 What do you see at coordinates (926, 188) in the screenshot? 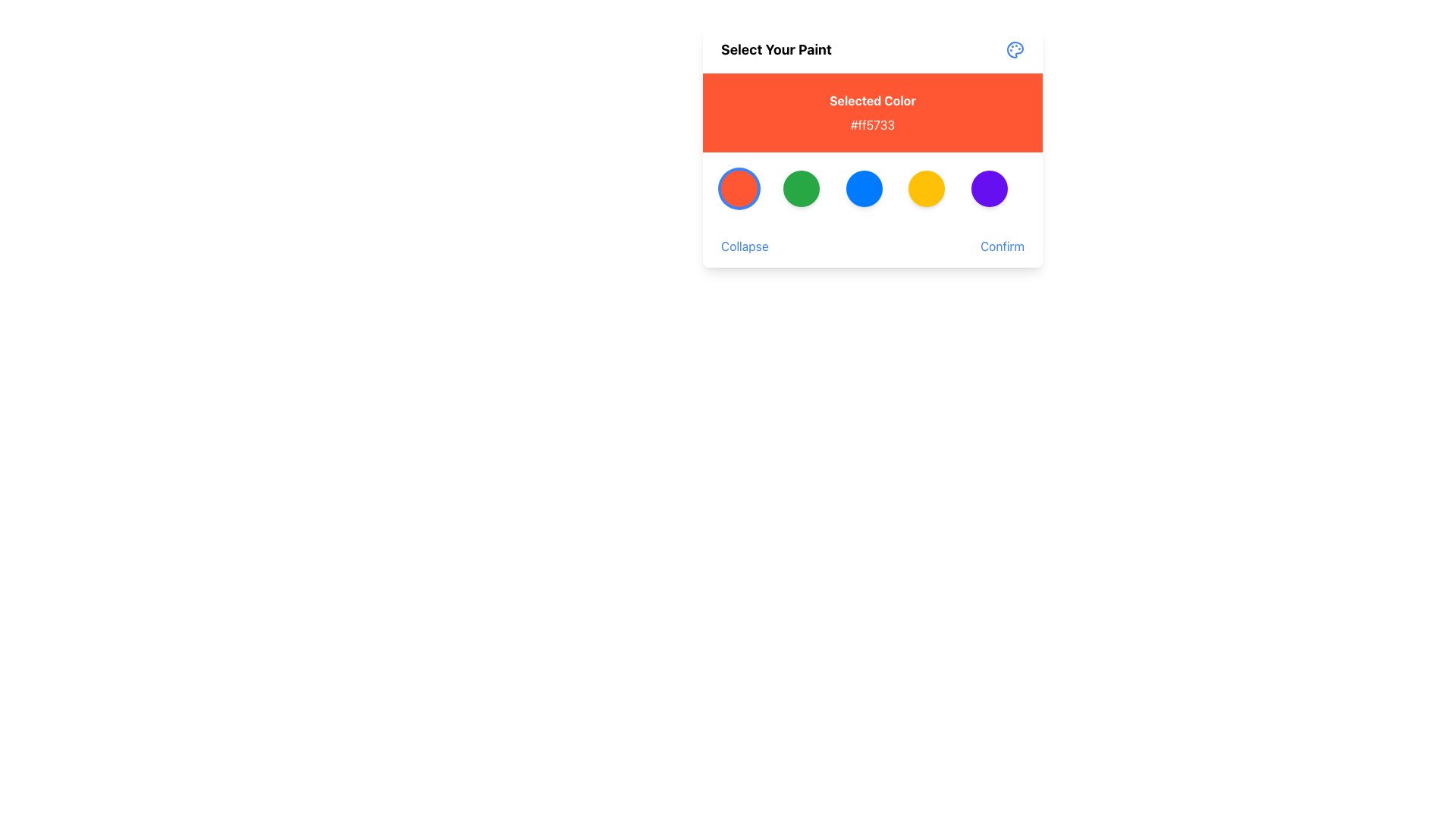
I see `the fourth circular button in the color palette` at bounding box center [926, 188].